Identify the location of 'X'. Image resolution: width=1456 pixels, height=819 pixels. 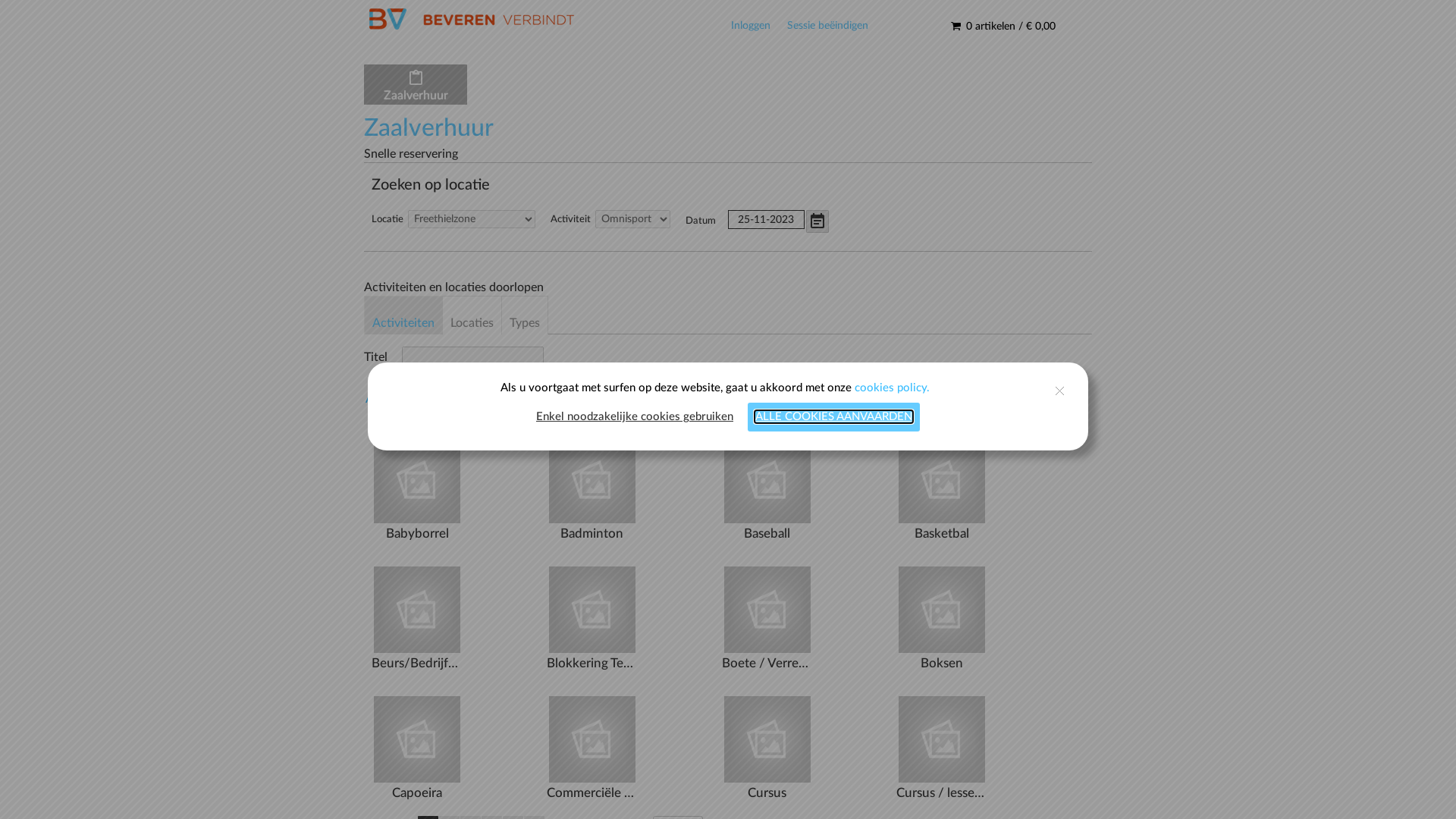
(993, 398).